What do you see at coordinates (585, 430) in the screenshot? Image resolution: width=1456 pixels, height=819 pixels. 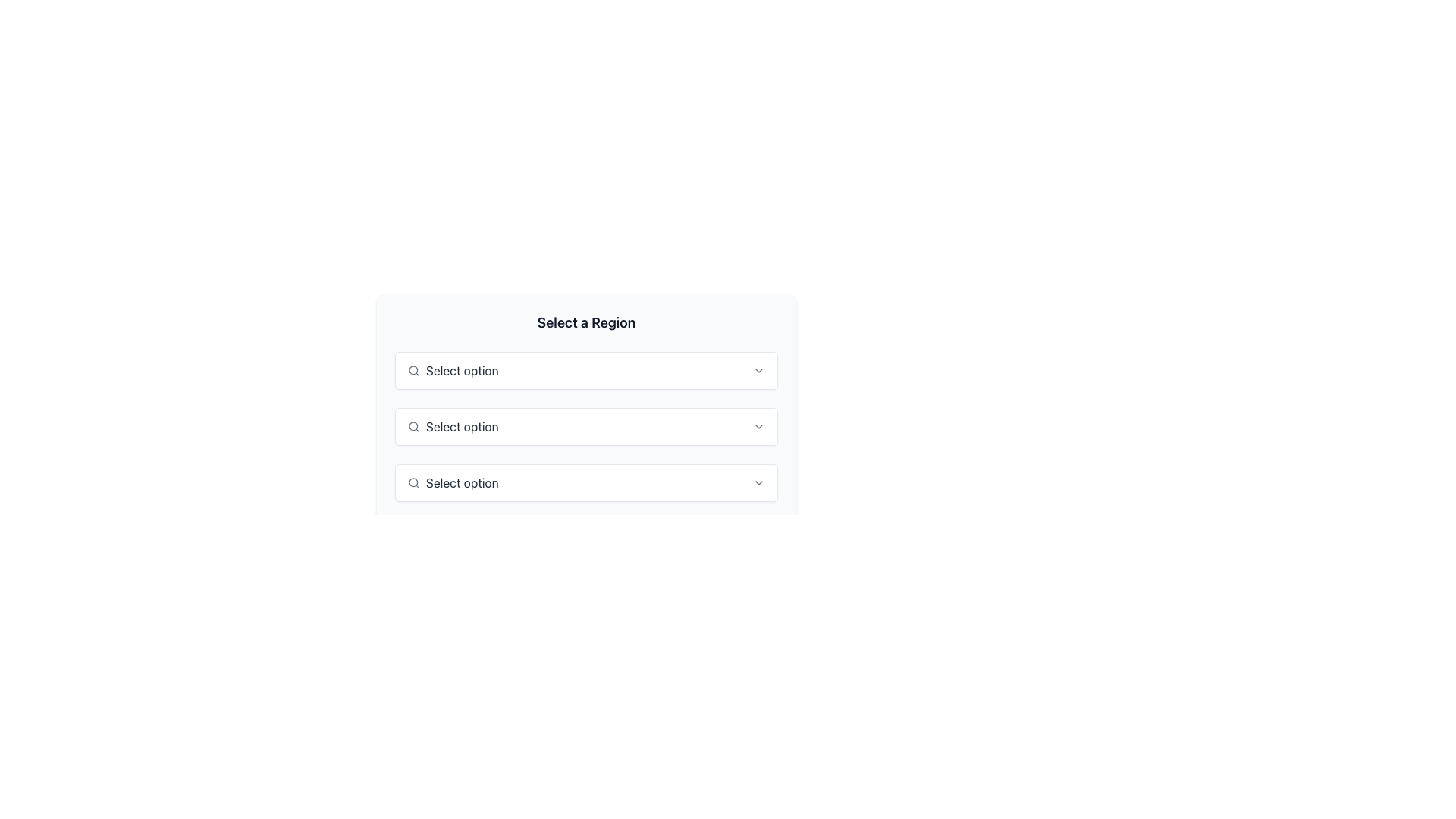 I see `the dropdown menu located under the 'Select a Region' title, specifically the middle row among the three dropdown rows` at bounding box center [585, 430].